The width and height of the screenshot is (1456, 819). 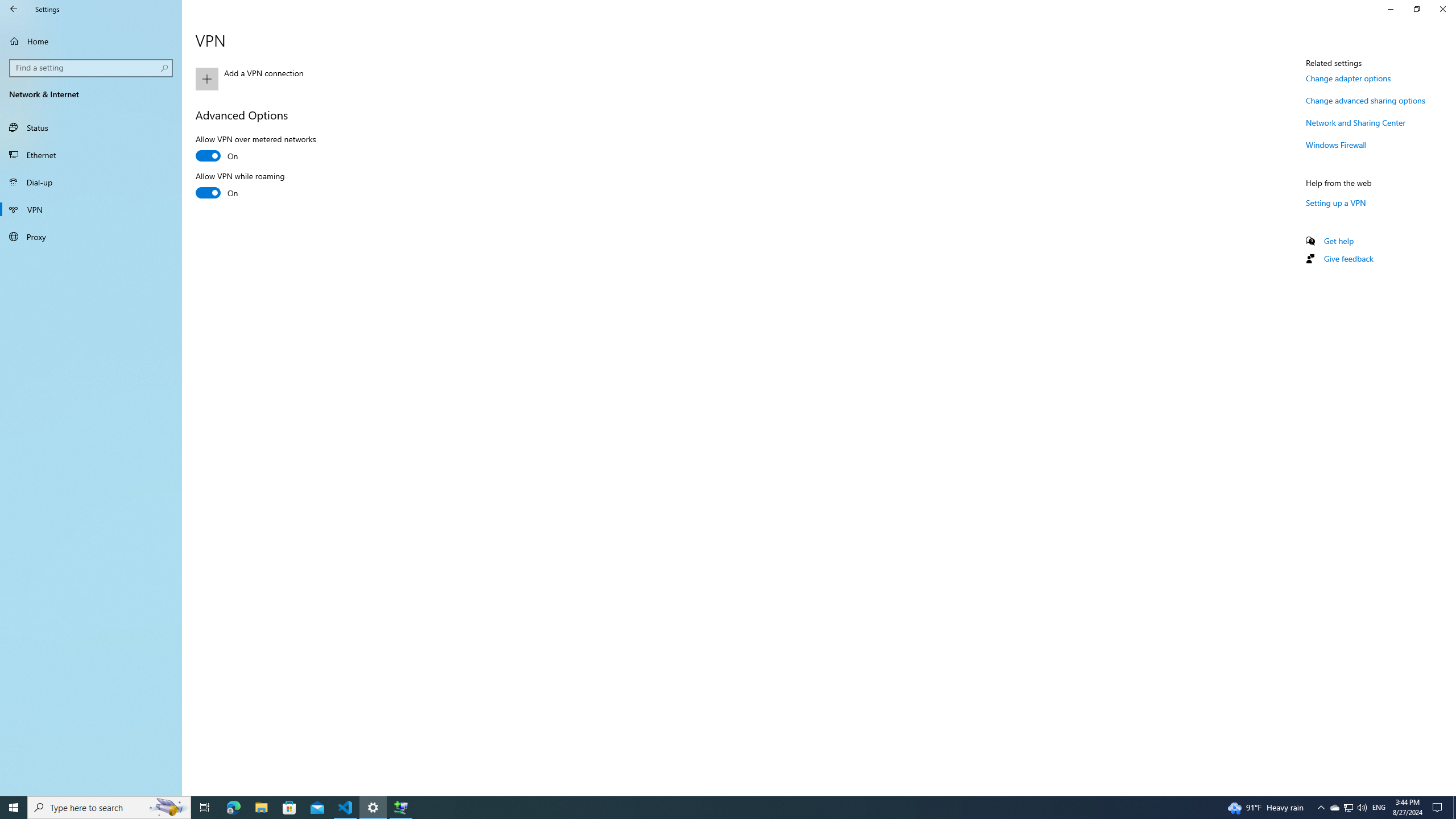 What do you see at coordinates (255, 148) in the screenshot?
I see `'Allow VPN over metered networks'` at bounding box center [255, 148].